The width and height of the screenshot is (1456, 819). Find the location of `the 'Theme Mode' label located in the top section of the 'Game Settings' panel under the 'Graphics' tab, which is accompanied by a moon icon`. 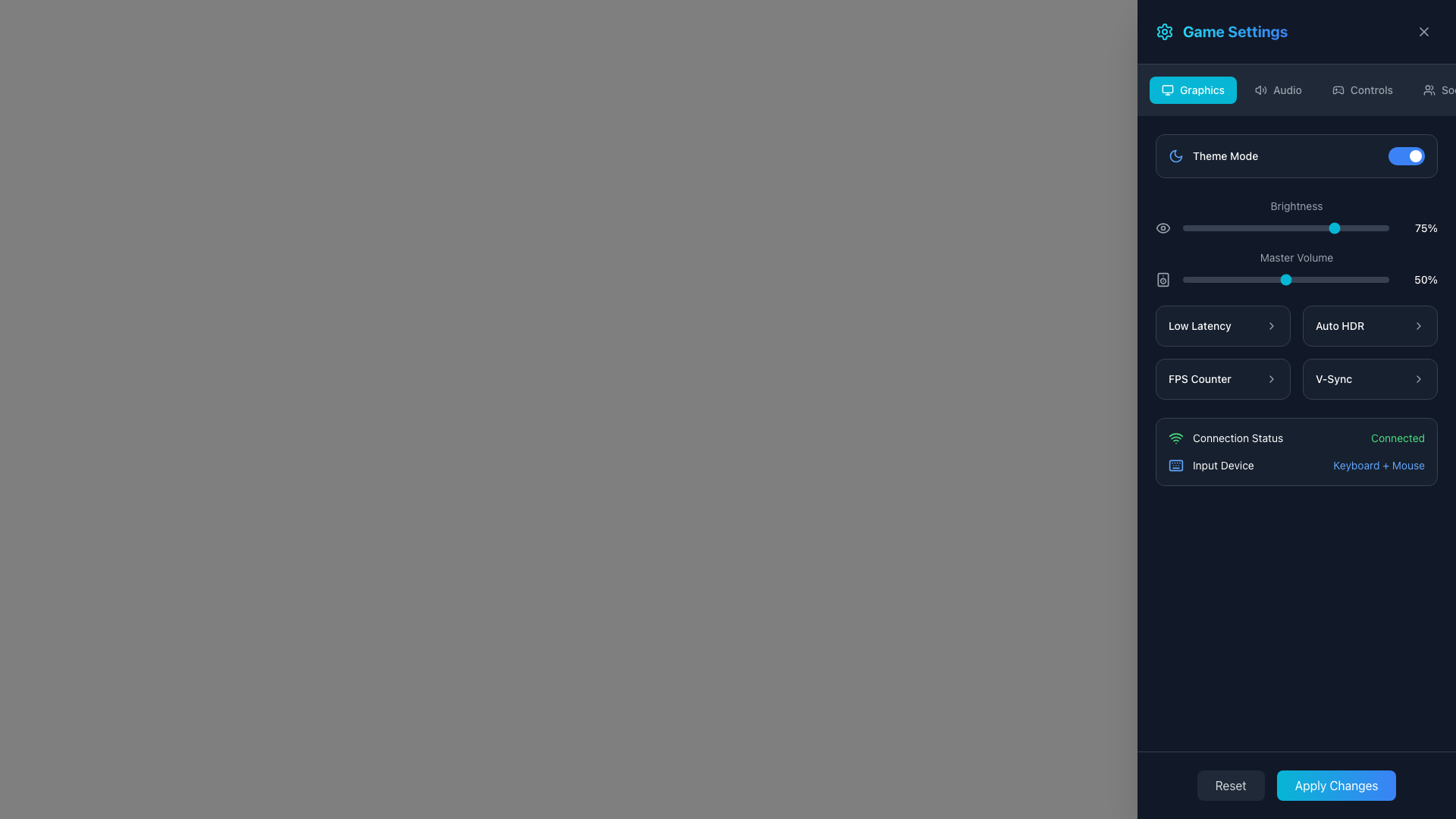

the 'Theme Mode' label located in the top section of the 'Game Settings' panel under the 'Graphics' tab, which is accompanied by a moon icon is located at coordinates (1213, 155).